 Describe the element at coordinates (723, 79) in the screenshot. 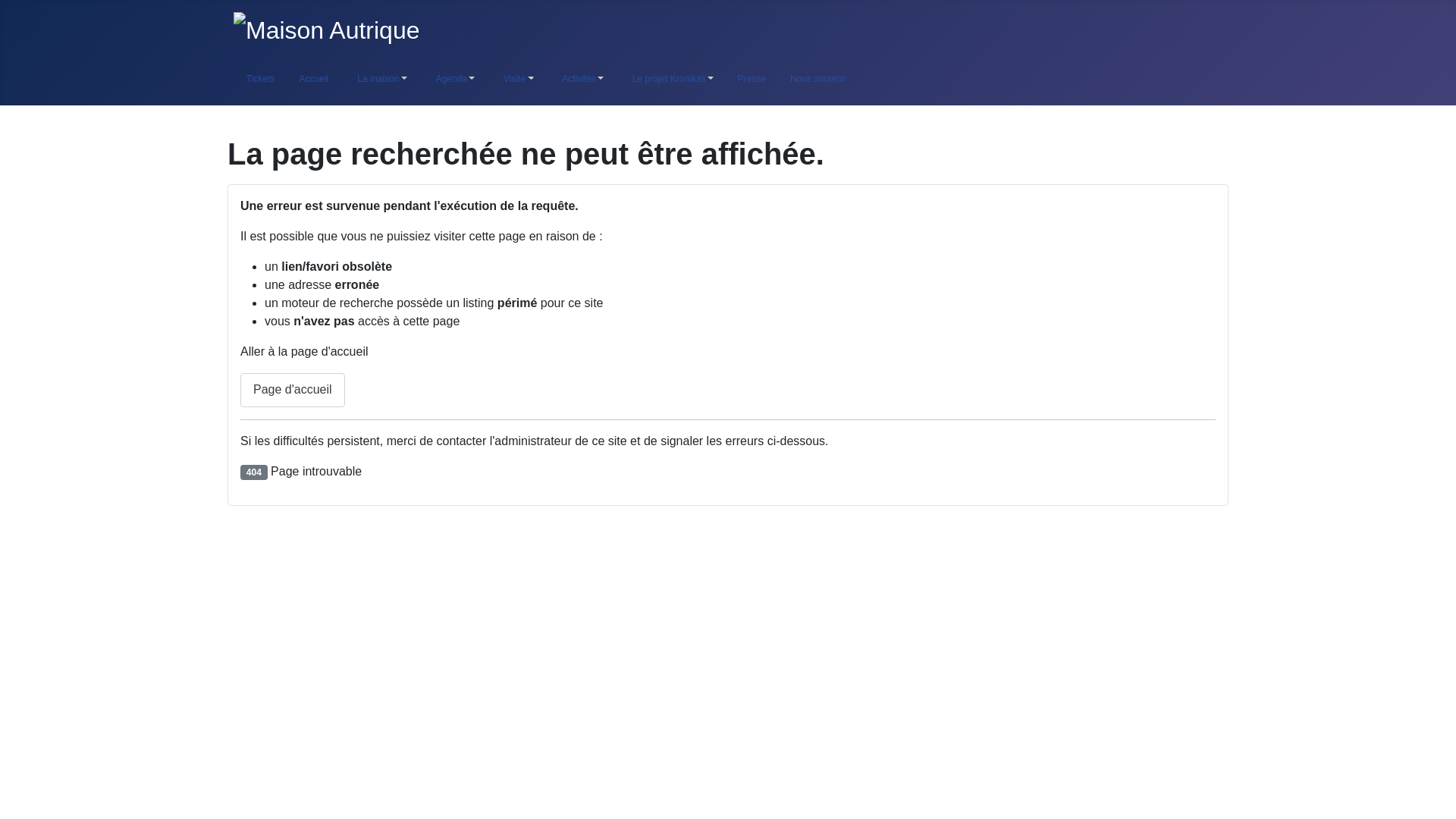

I see `'Presse'` at that location.